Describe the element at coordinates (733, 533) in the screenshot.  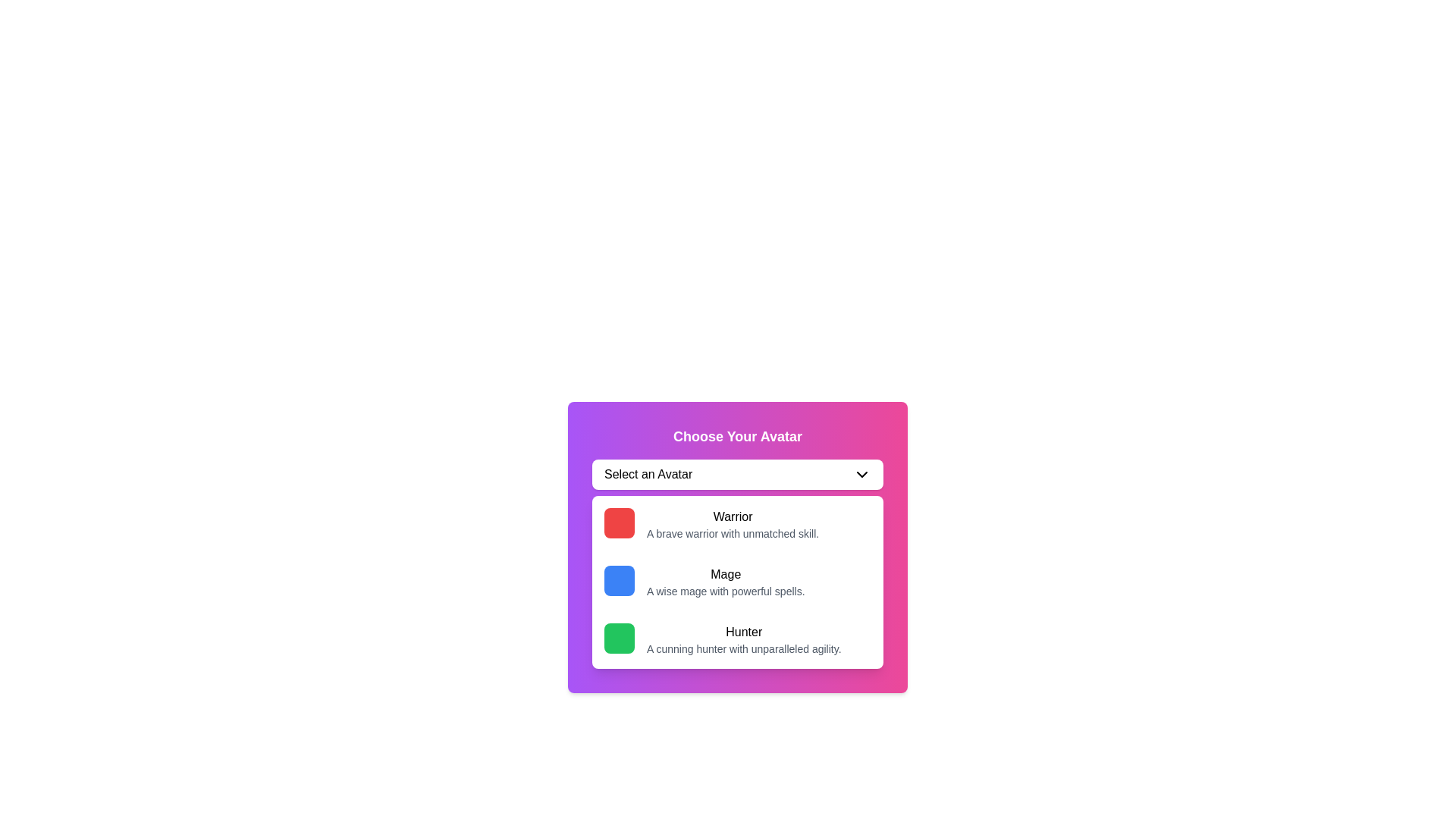
I see `descriptive text element located directly below the 'Warrior' header, which provides information about the associated avatar option` at that location.